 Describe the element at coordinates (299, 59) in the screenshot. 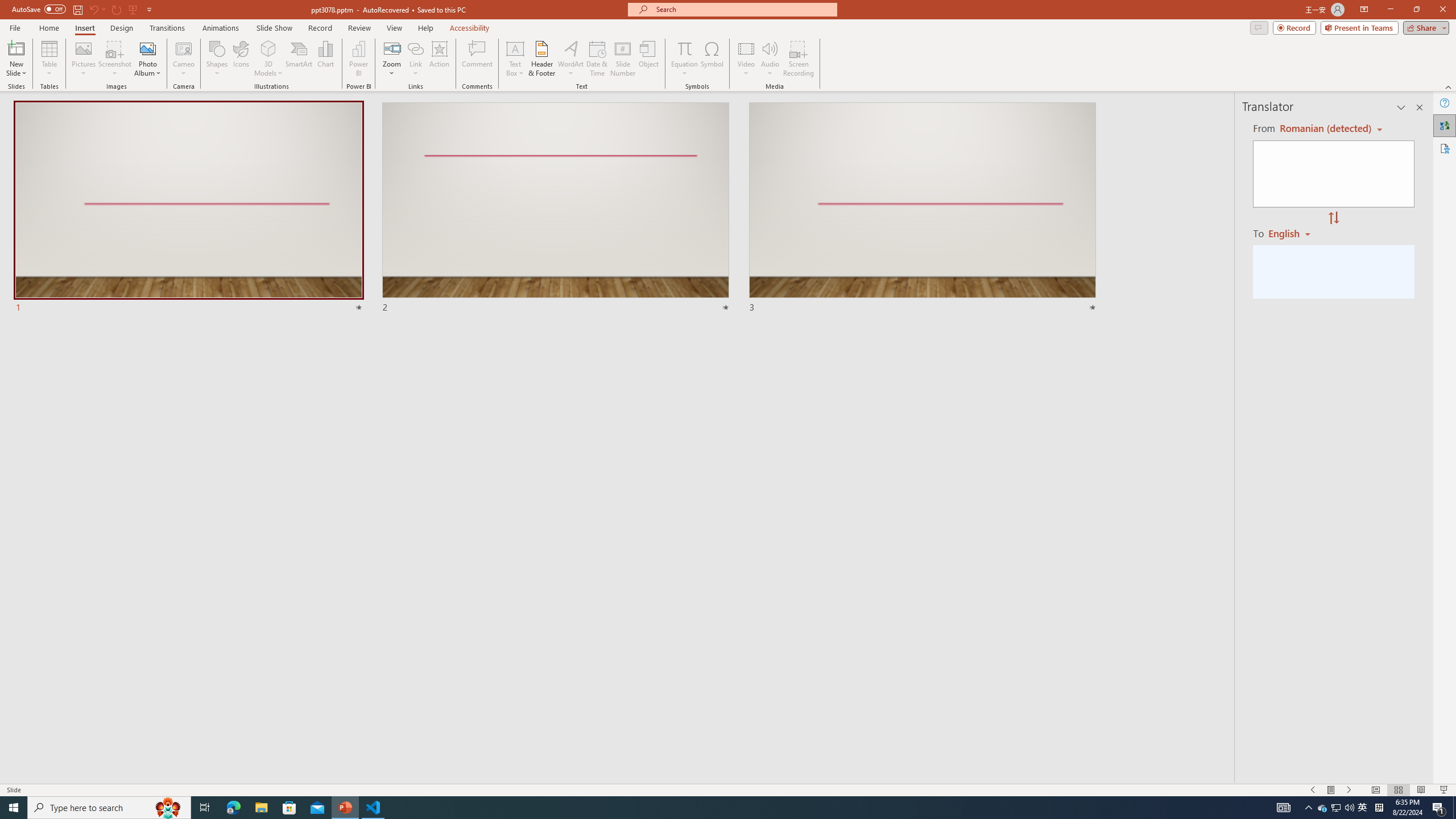

I see `'SmartArt...'` at that location.